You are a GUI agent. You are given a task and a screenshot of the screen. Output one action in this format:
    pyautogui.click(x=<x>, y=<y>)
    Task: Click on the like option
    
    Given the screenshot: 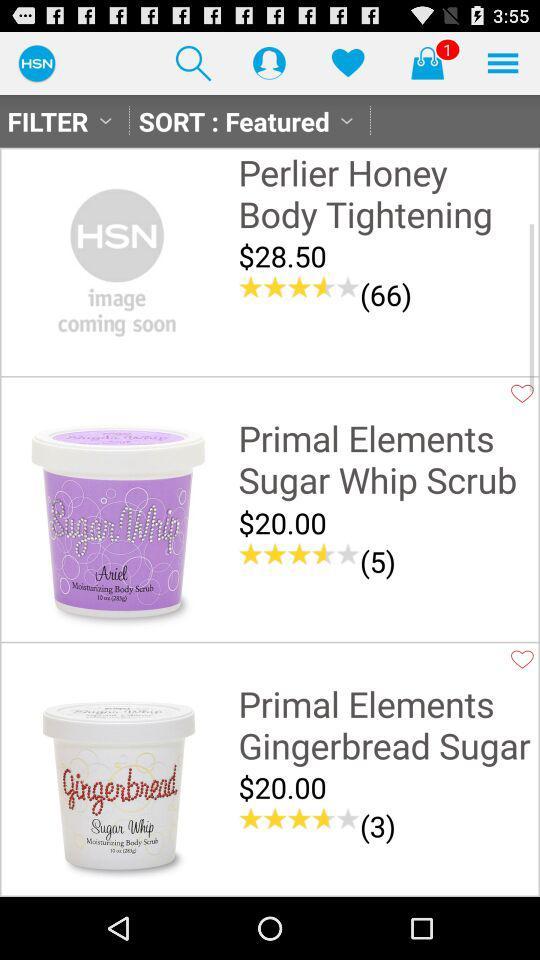 What is the action you would take?
    pyautogui.click(x=522, y=658)
    